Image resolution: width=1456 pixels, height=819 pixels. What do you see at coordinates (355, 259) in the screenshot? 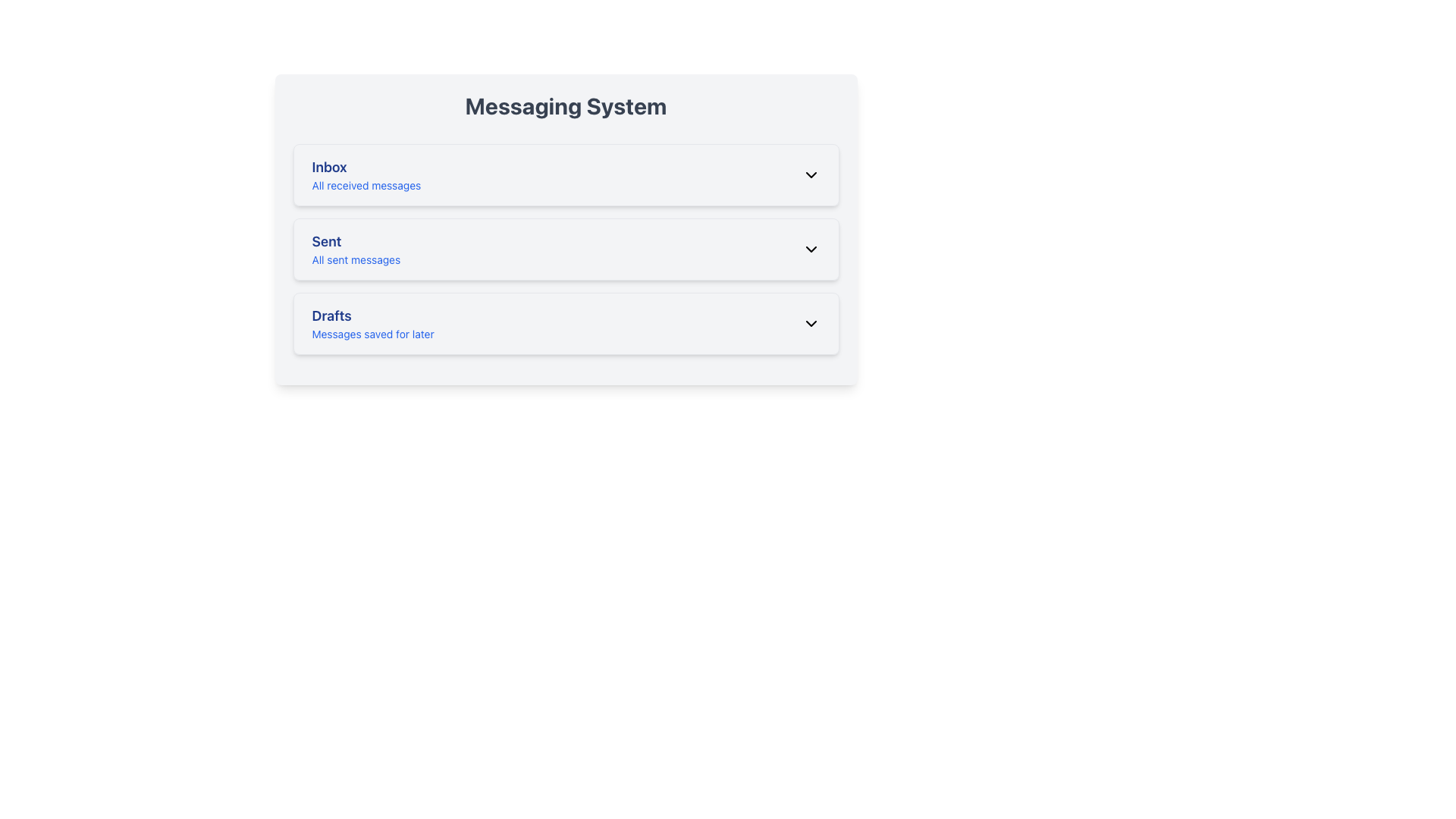
I see `text block that states 'All sent messages', which is styled in blue and positioned below the 'Sent' heading` at bounding box center [355, 259].